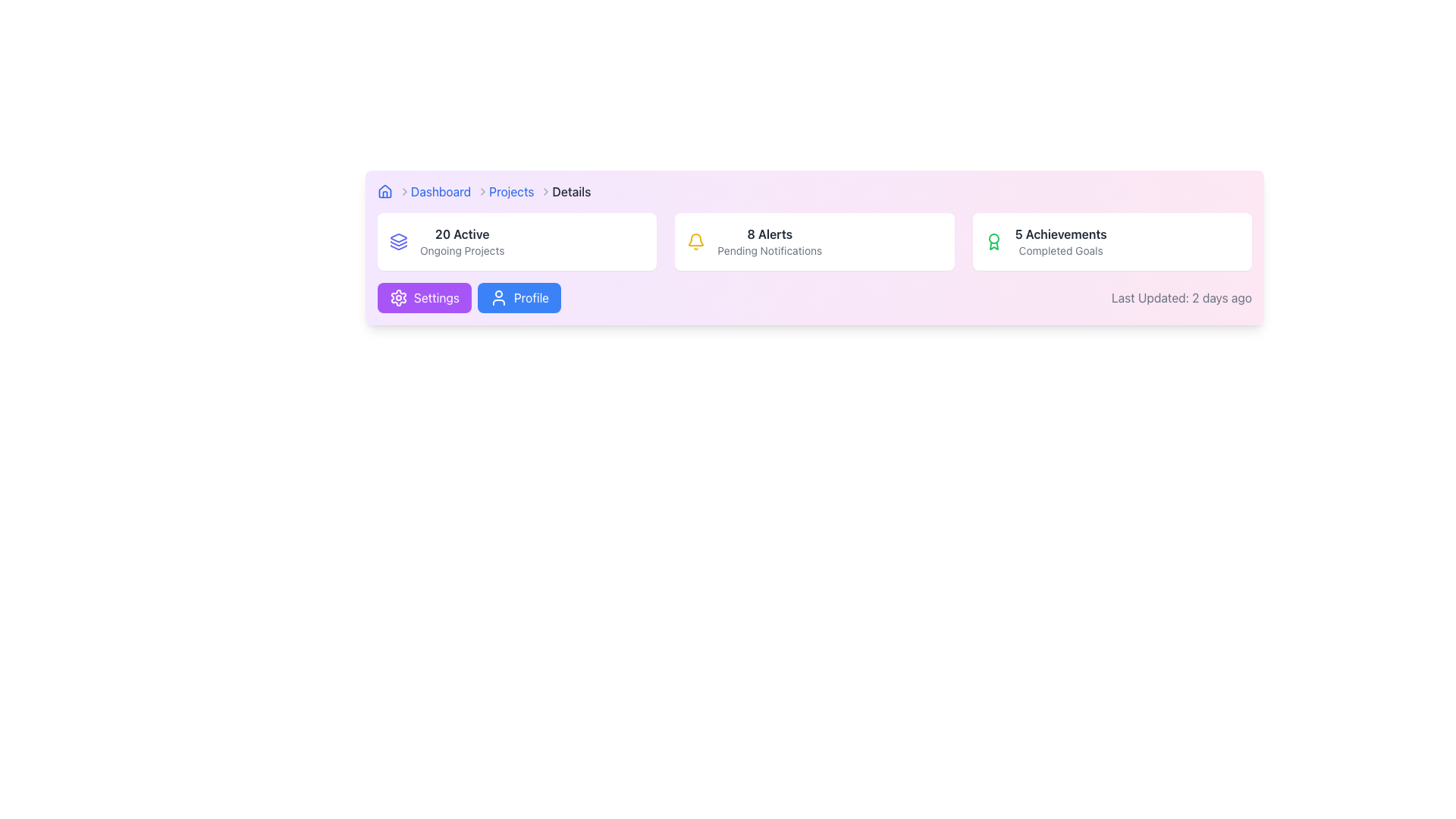 This screenshot has width=1456, height=819. I want to click on the 'home' breadcrumb item located at the start of the breadcrumb navigation, so click(394, 191).